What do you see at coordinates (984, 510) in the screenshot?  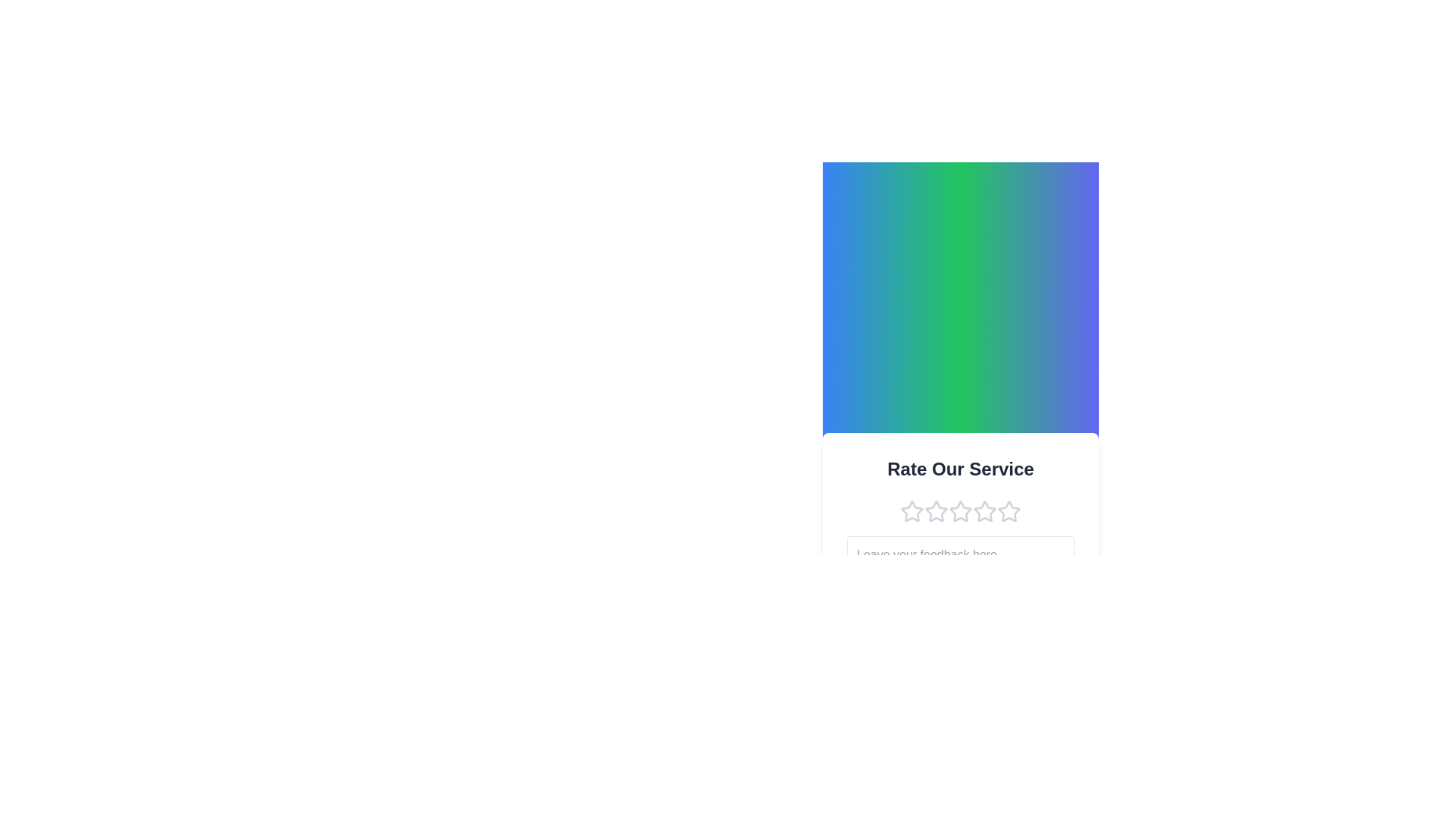 I see `the third star icon in the rating system to give a rating` at bounding box center [984, 510].